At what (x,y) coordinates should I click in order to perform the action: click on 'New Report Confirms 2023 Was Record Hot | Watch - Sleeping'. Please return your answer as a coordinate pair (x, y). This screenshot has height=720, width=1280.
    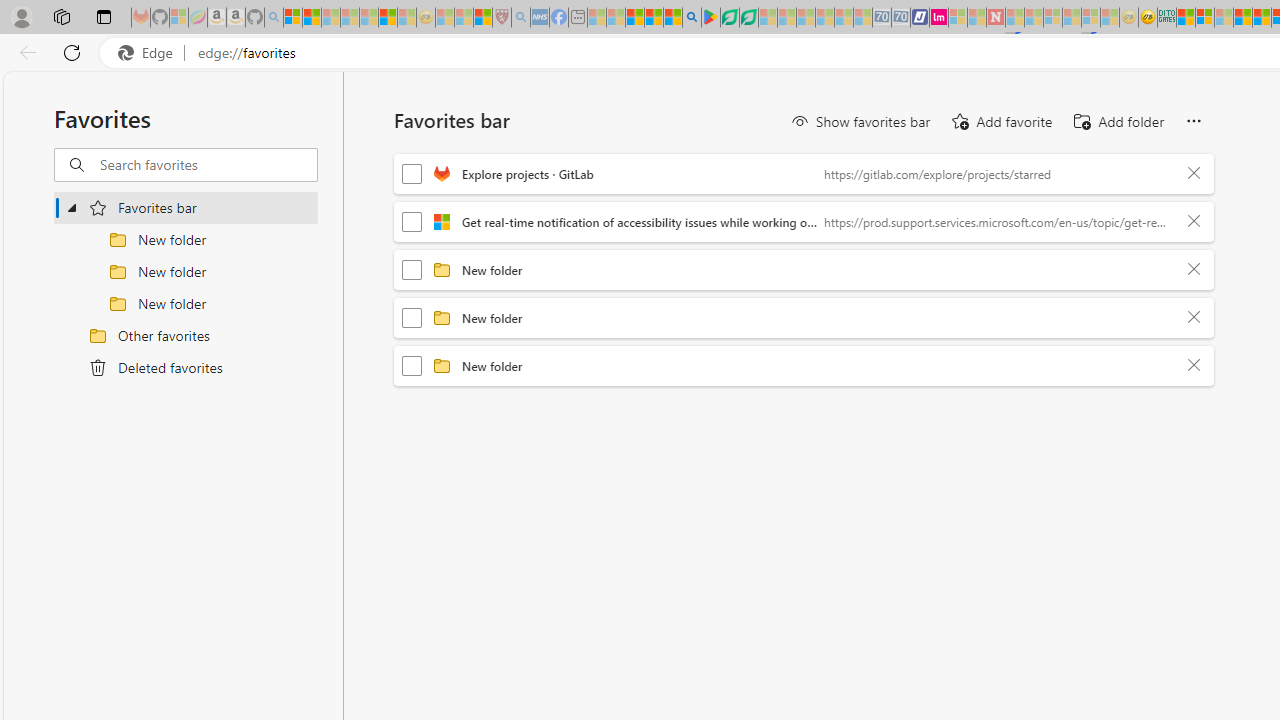
    Looking at the image, I should click on (368, 17).